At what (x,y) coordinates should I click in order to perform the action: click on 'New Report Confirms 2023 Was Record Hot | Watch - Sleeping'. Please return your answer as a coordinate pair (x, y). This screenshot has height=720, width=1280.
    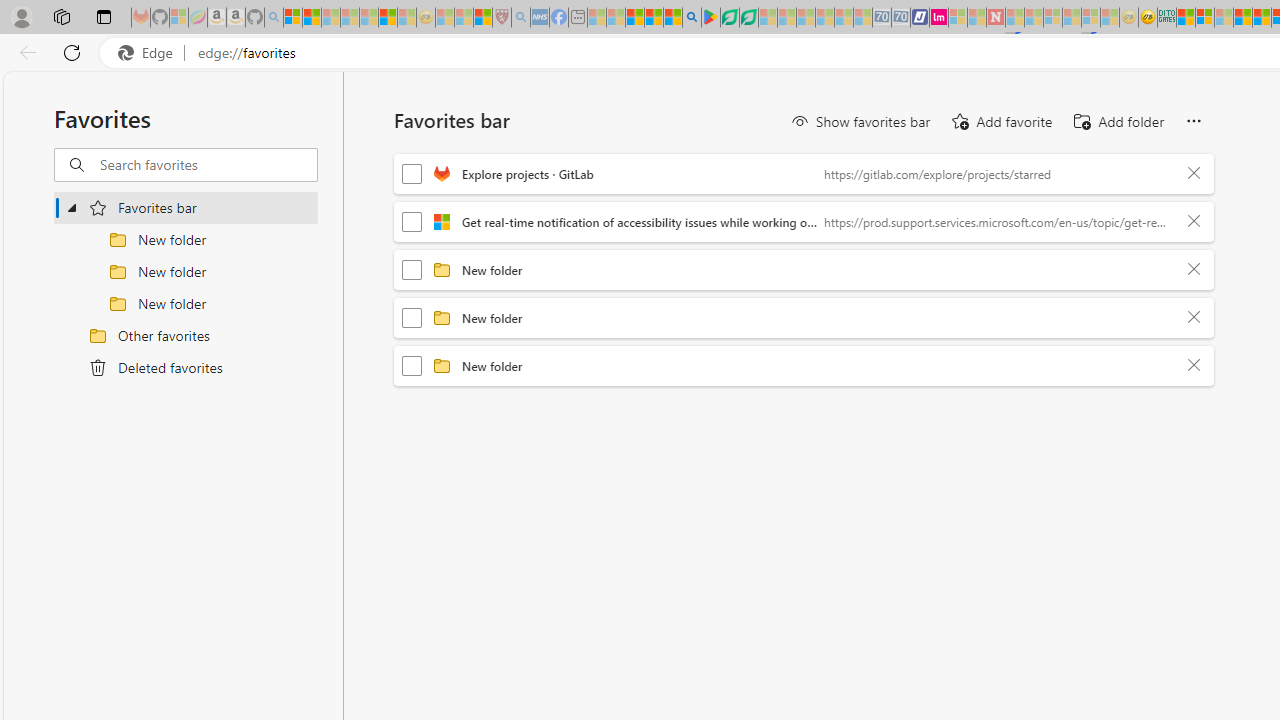
    Looking at the image, I should click on (368, 17).